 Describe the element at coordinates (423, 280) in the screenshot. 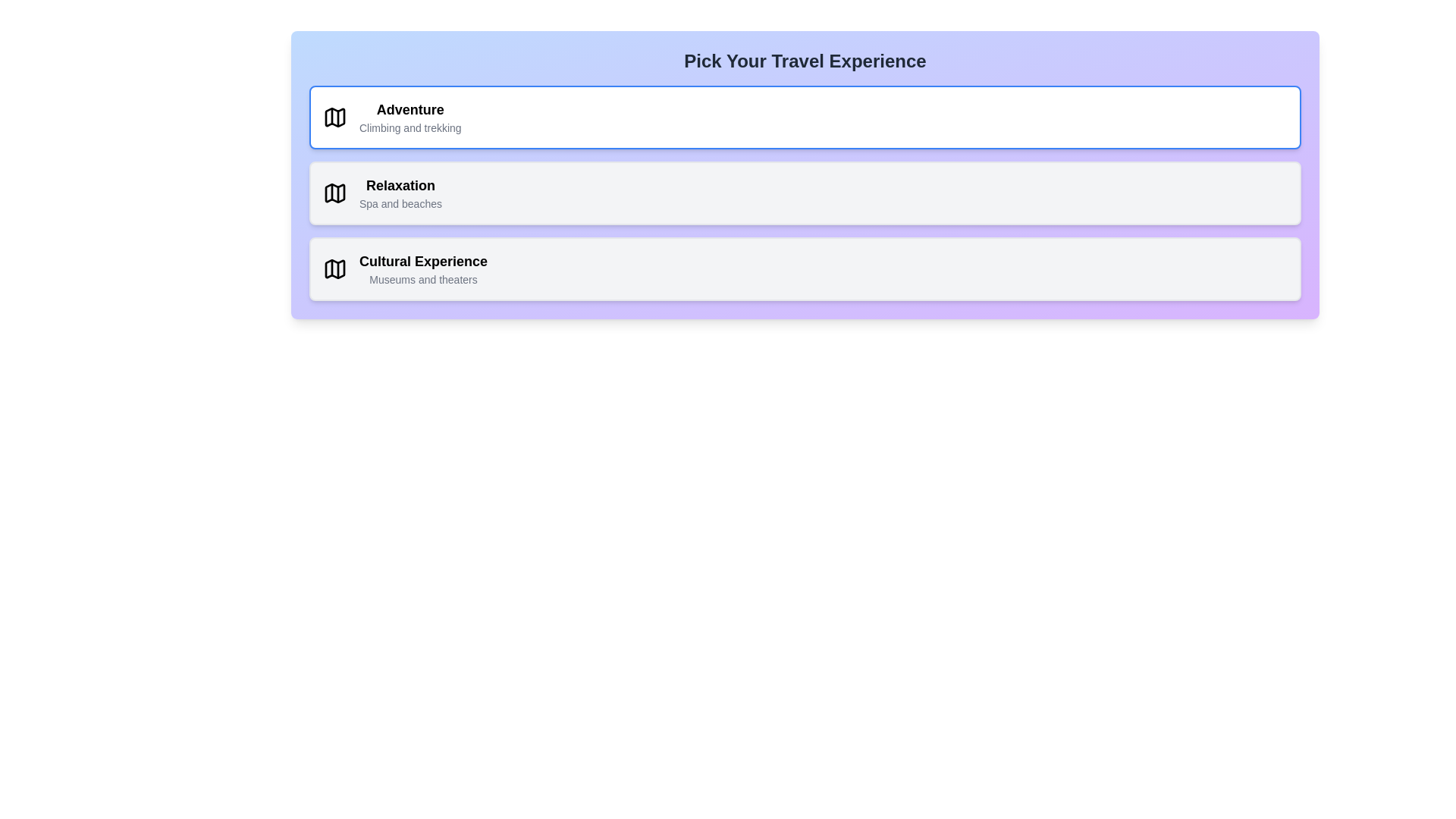

I see `the text label displaying 'Museums and theaters' located below the title 'Cultural Experience' in the UI` at that location.